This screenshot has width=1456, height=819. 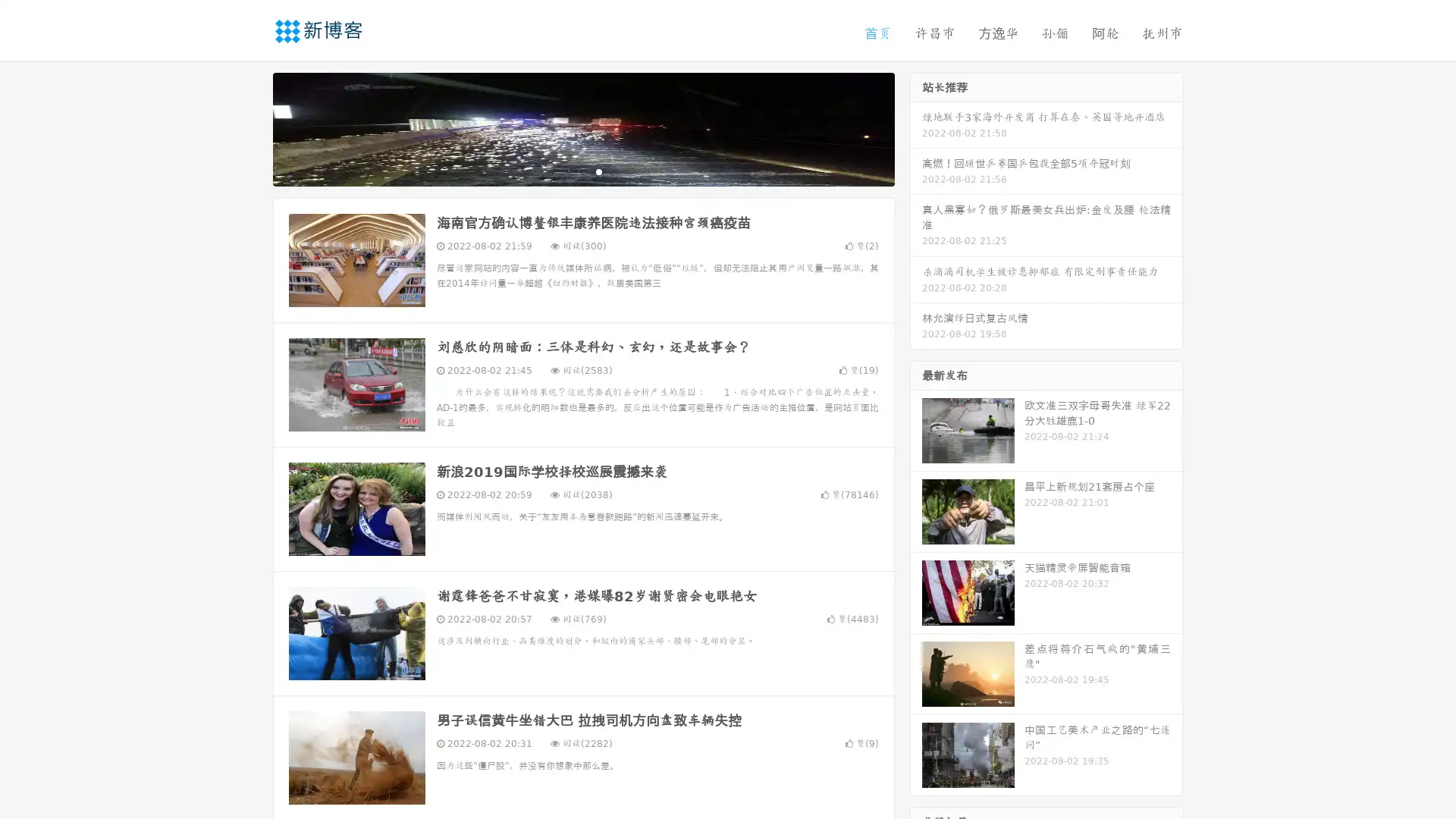 I want to click on Go to slide 2, so click(x=582, y=171).